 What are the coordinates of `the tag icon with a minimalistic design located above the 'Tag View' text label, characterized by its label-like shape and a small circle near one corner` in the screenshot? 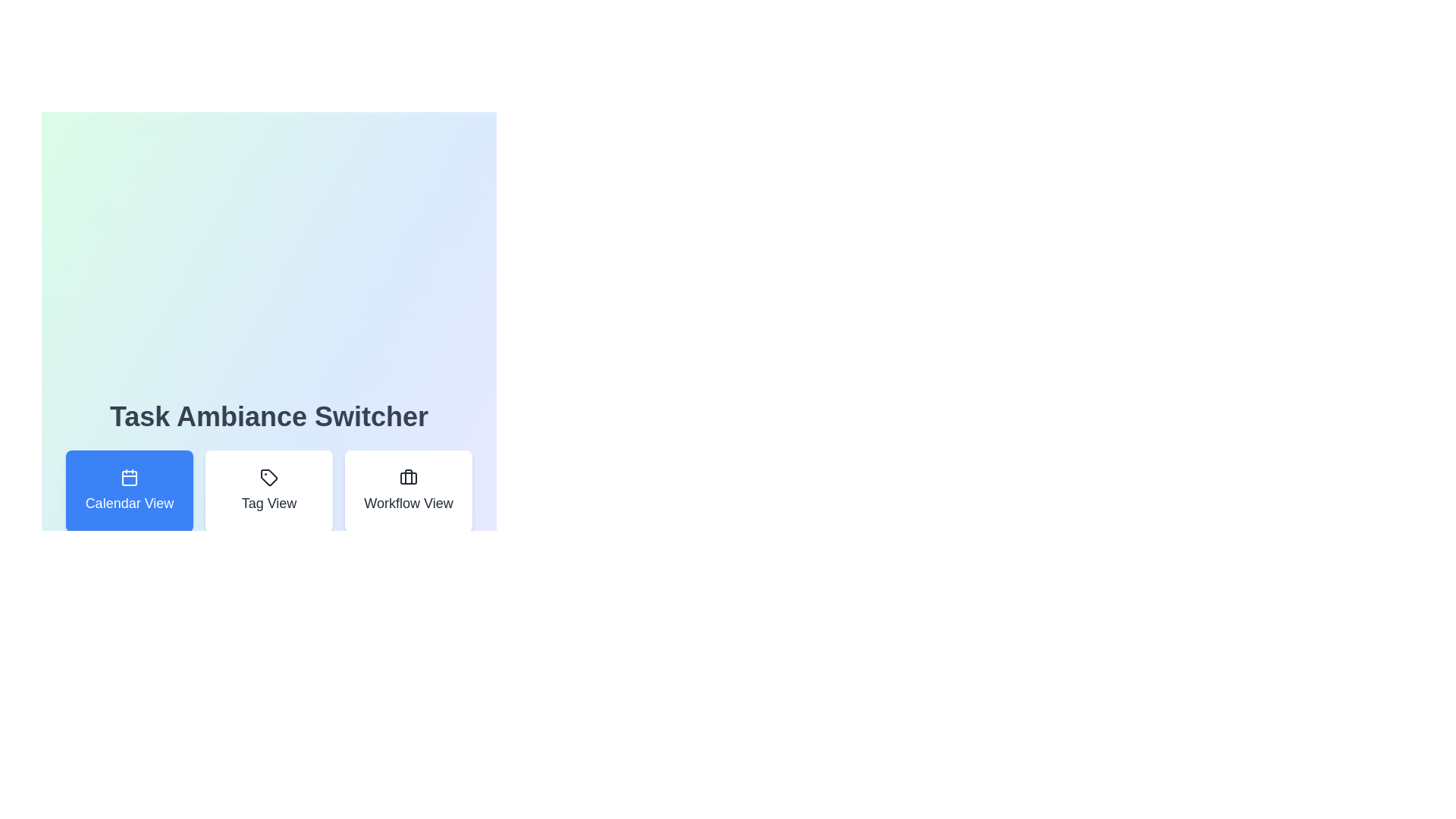 It's located at (269, 476).